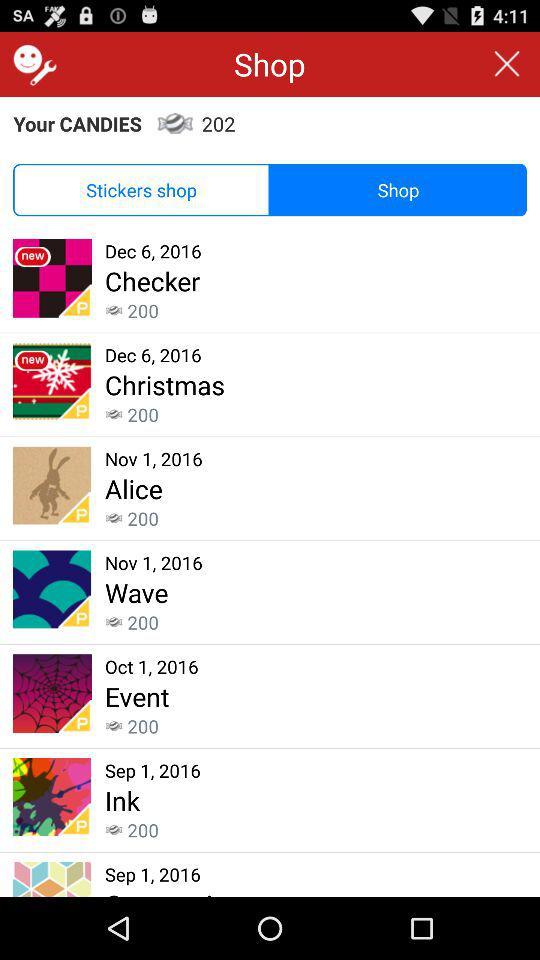 Image resolution: width=540 pixels, height=960 pixels. Describe the element at coordinates (122, 800) in the screenshot. I see `ink icon` at that location.